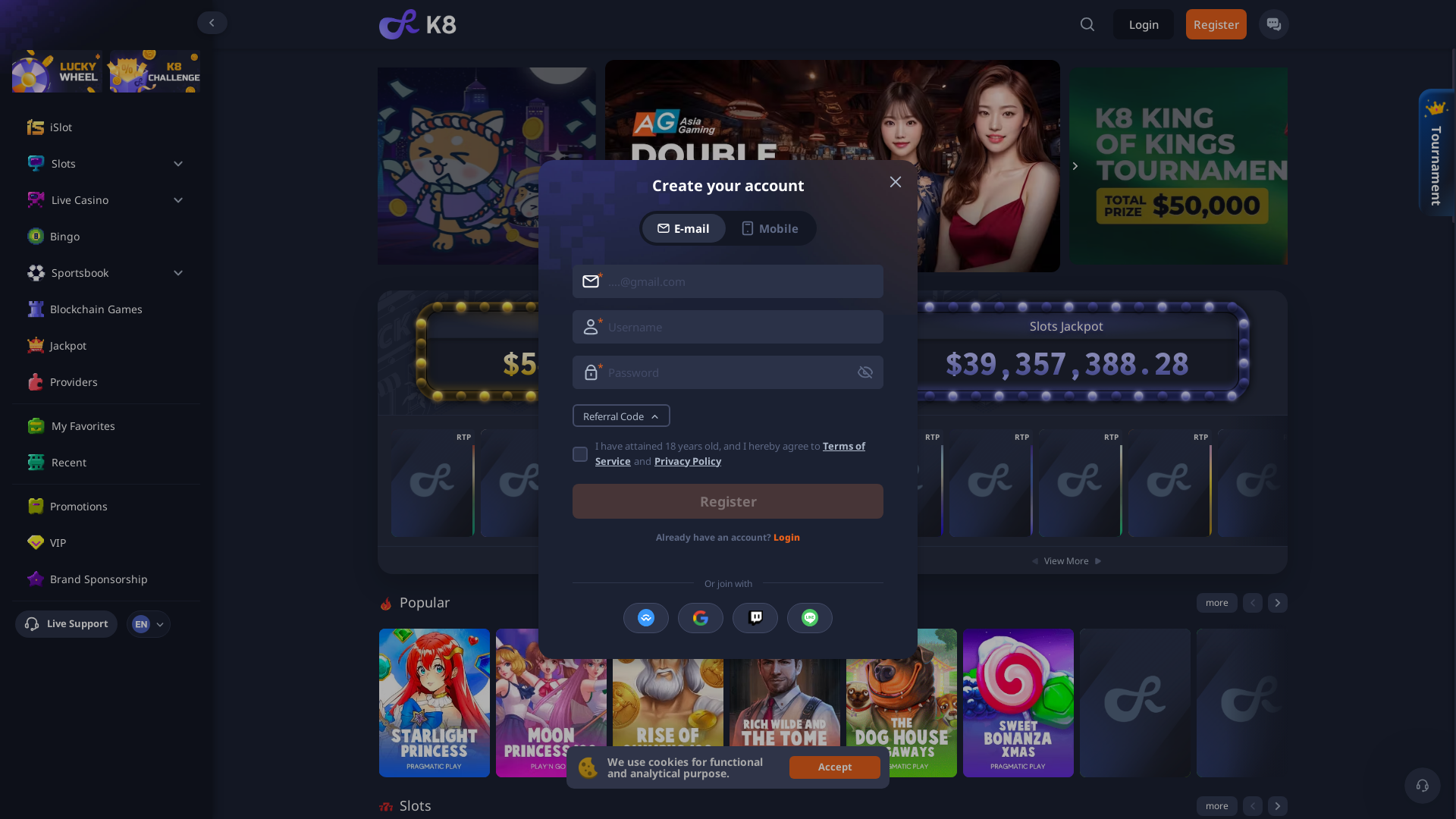  What do you see at coordinates (1196, 702) in the screenshot?
I see `'xWays Hoarder xSplit DX1'` at bounding box center [1196, 702].